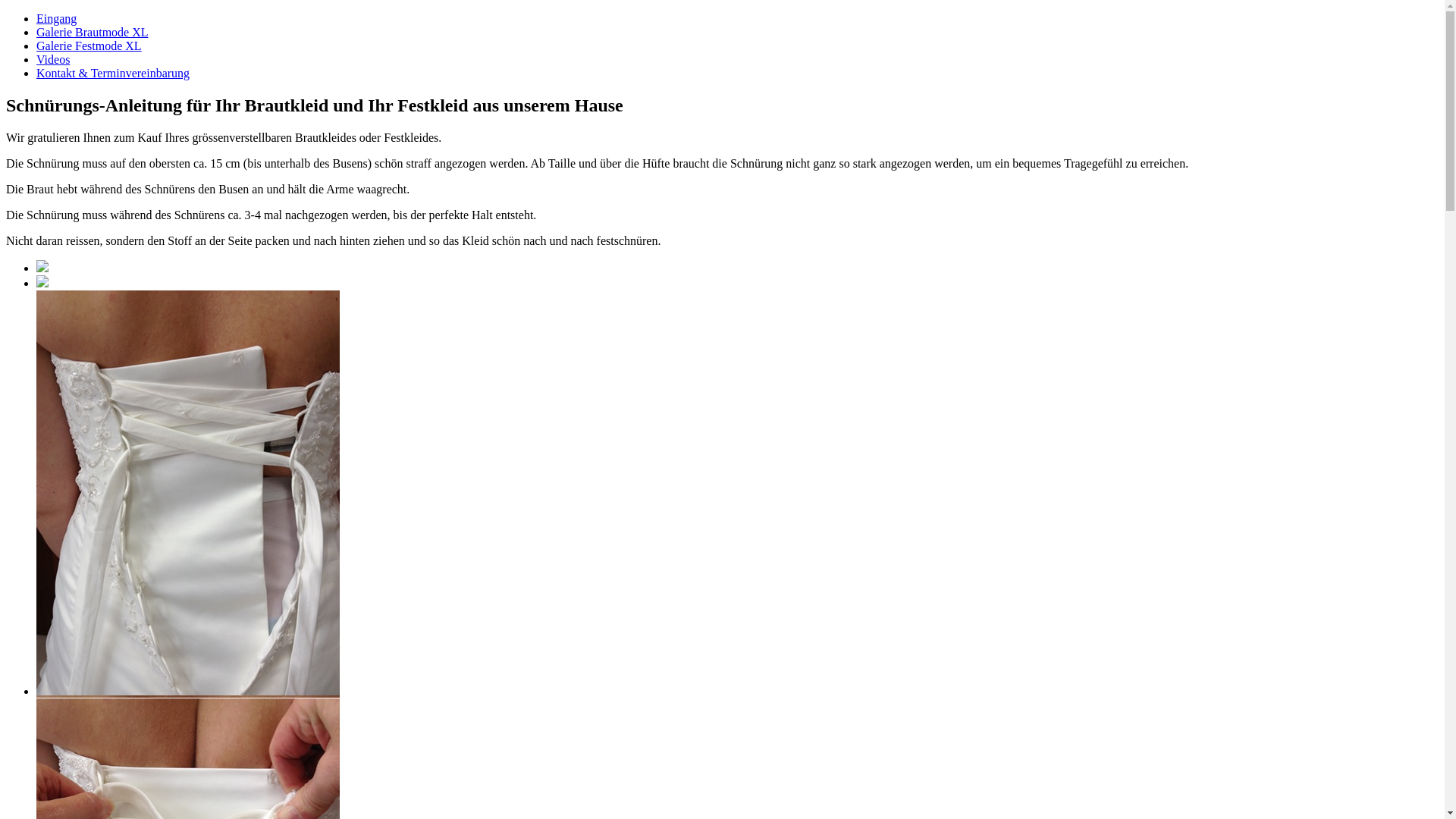 The width and height of the screenshot is (1456, 819). I want to click on 'Galerie Festmode XL', so click(88, 45).